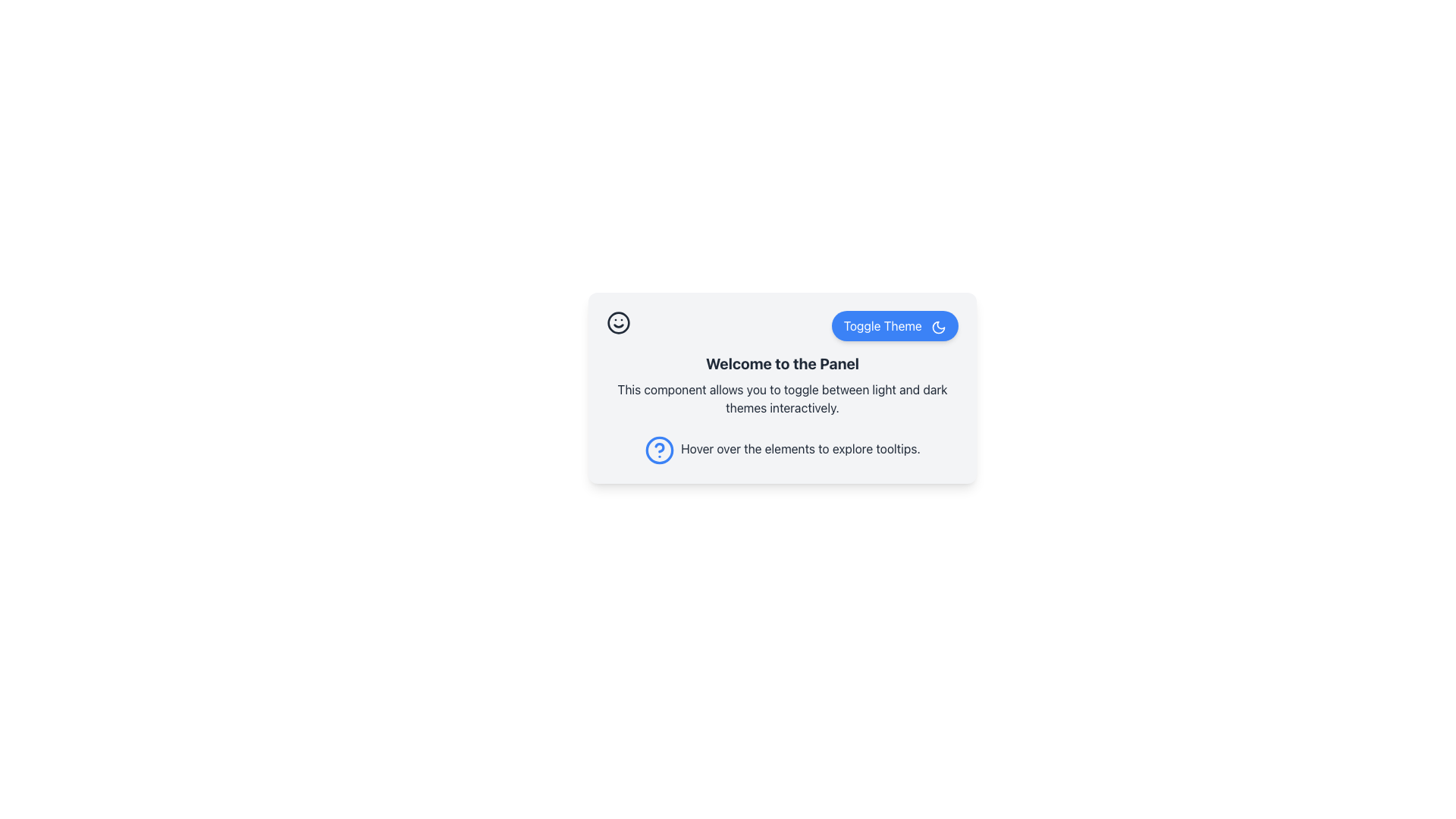 The image size is (1456, 819). What do you see at coordinates (660, 450) in the screenshot?
I see `the blue circular outline within the help icon, which features a filled circle at its center, located on the left side of the tooltip description in the information panel` at bounding box center [660, 450].